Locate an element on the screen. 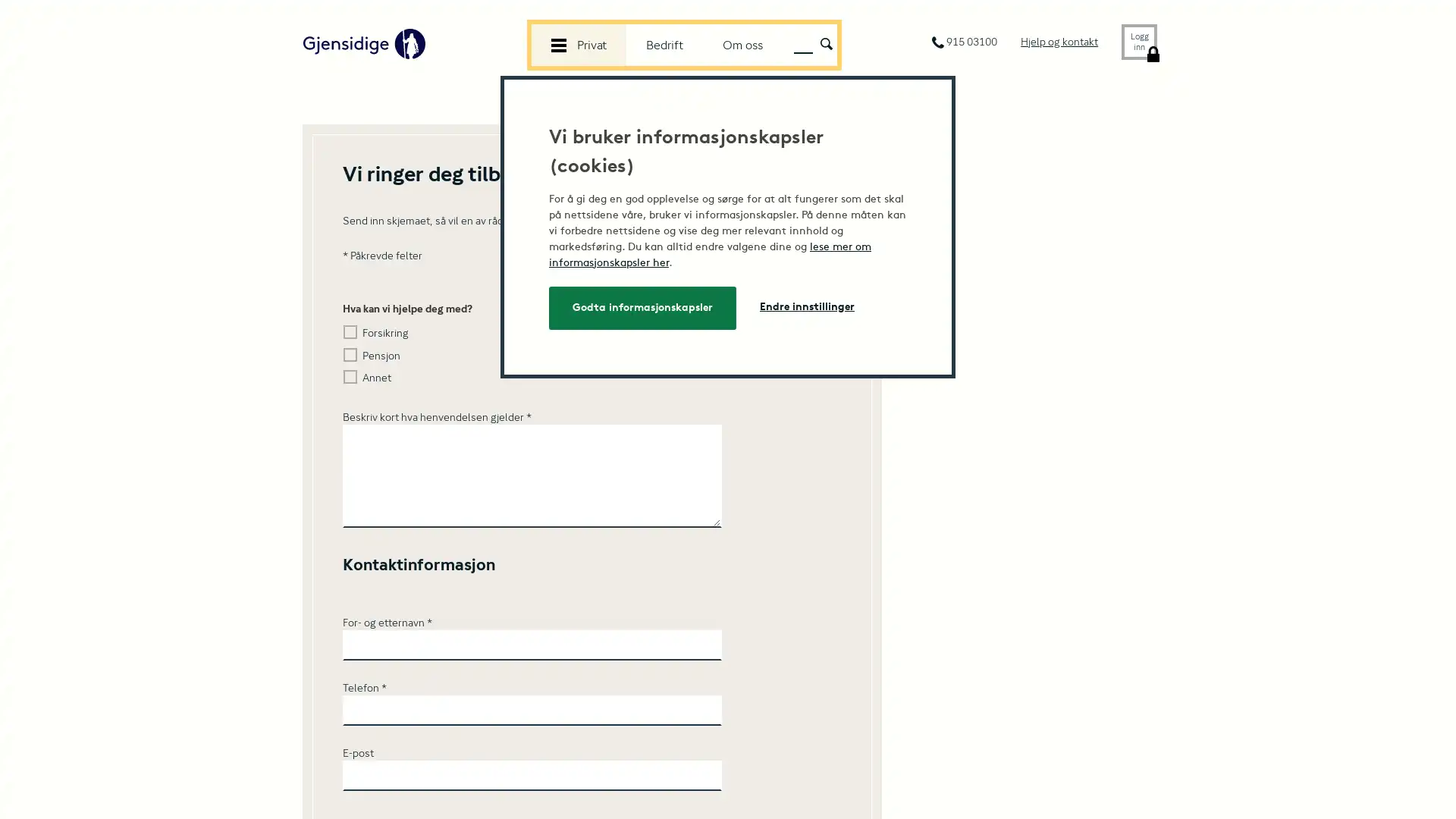  Godta informasjonskapsler is located at coordinates (642, 307).